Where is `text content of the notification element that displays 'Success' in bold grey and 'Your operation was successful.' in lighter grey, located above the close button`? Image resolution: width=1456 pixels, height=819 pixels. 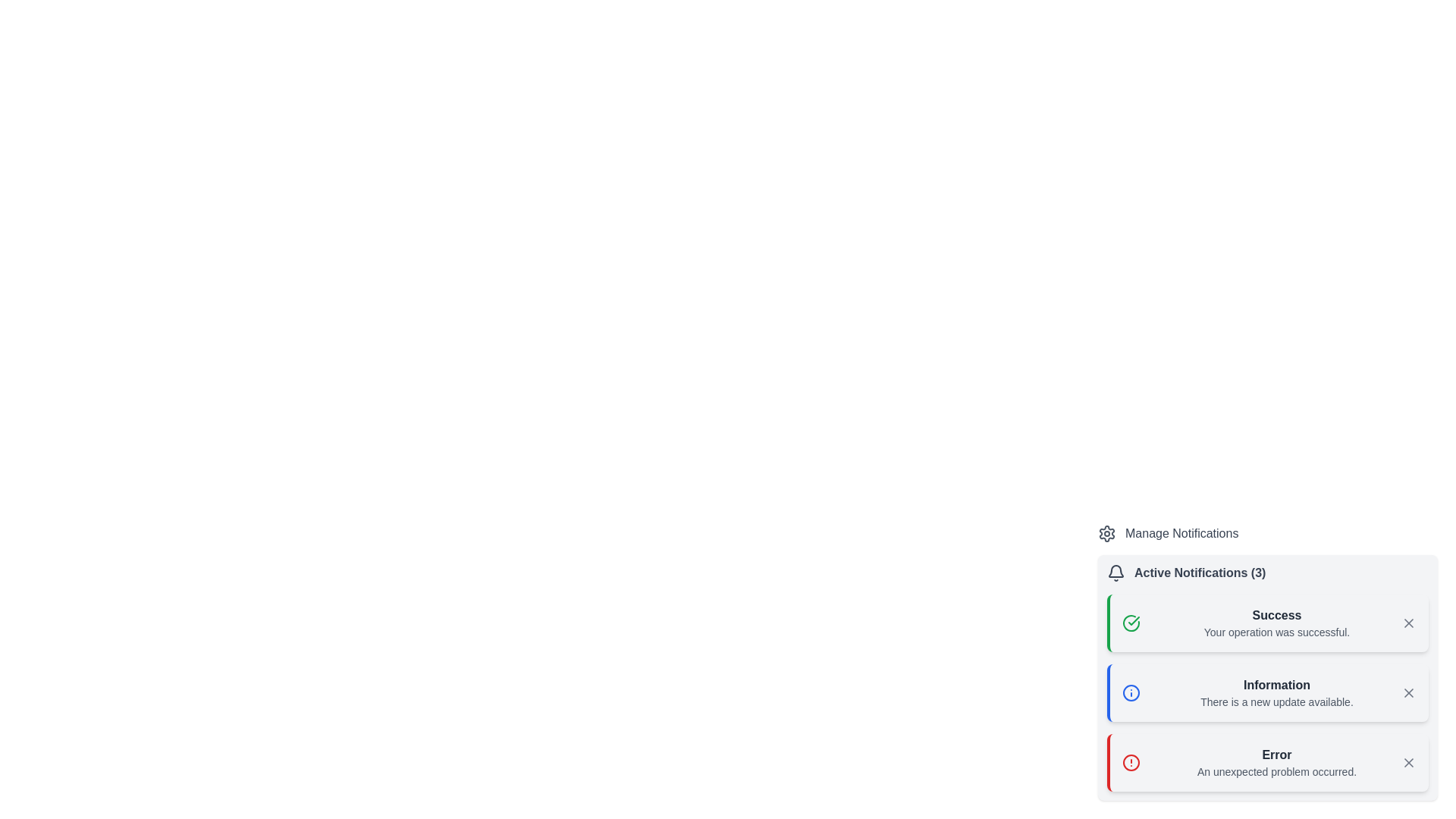 text content of the notification element that displays 'Success' in bold grey and 'Your operation was successful.' in lighter grey, located above the close button is located at coordinates (1276, 623).